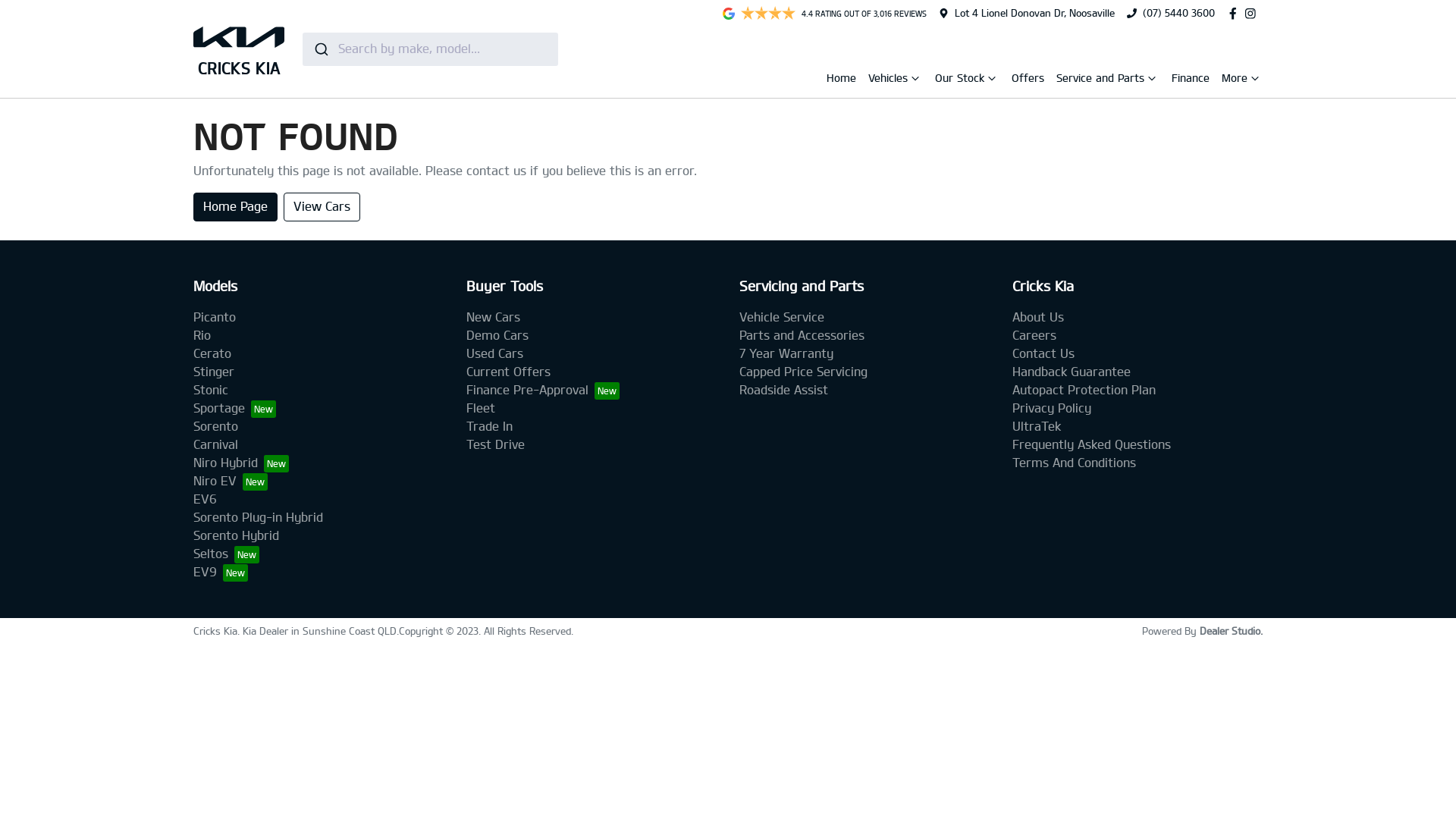  Describe the element at coordinates (1012, 334) in the screenshot. I see `'Careers'` at that location.